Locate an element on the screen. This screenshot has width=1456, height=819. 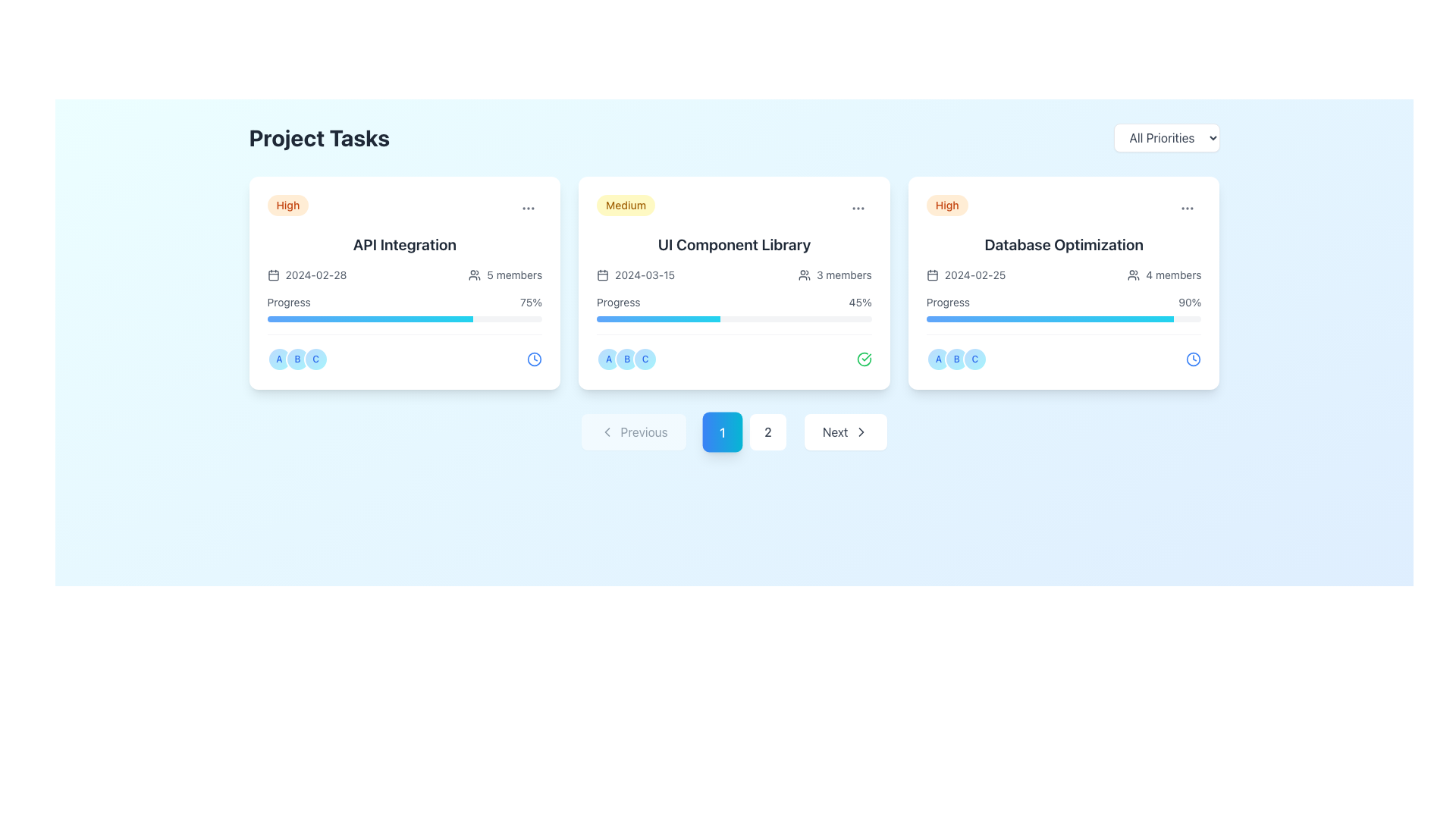
progress is located at coordinates (1076, 318).